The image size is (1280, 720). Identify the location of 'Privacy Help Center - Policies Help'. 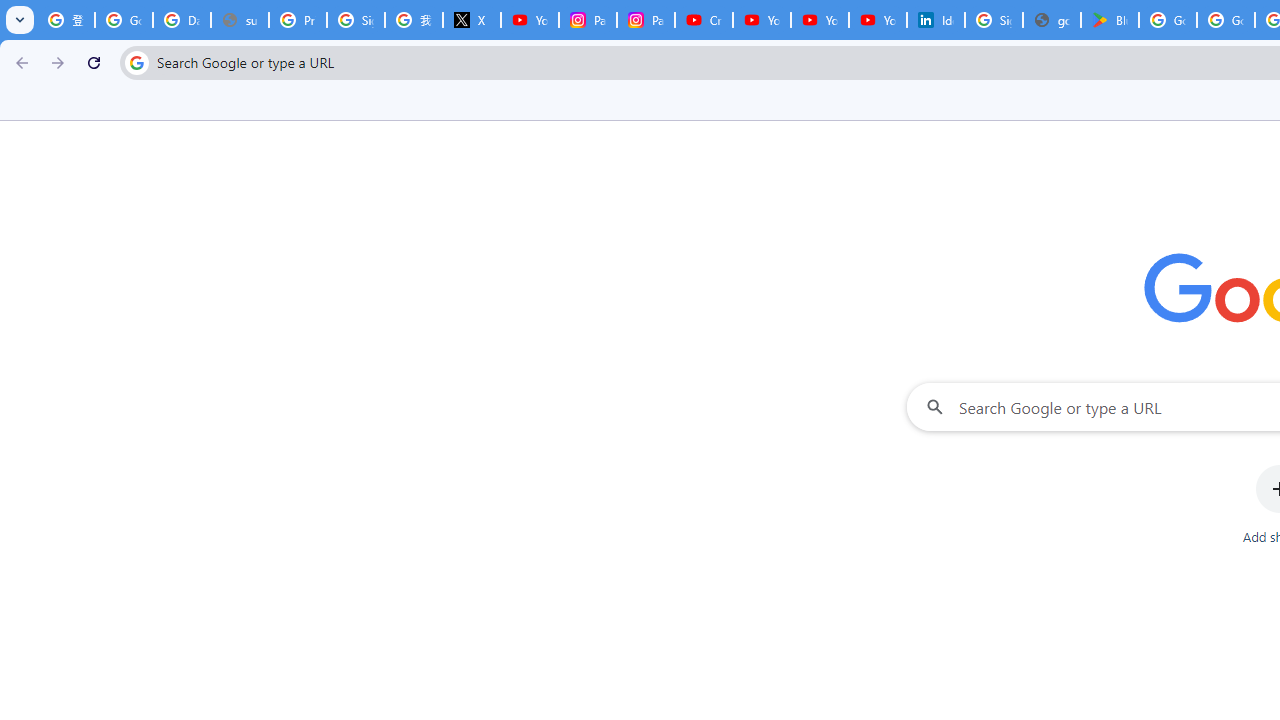
(296, 20).